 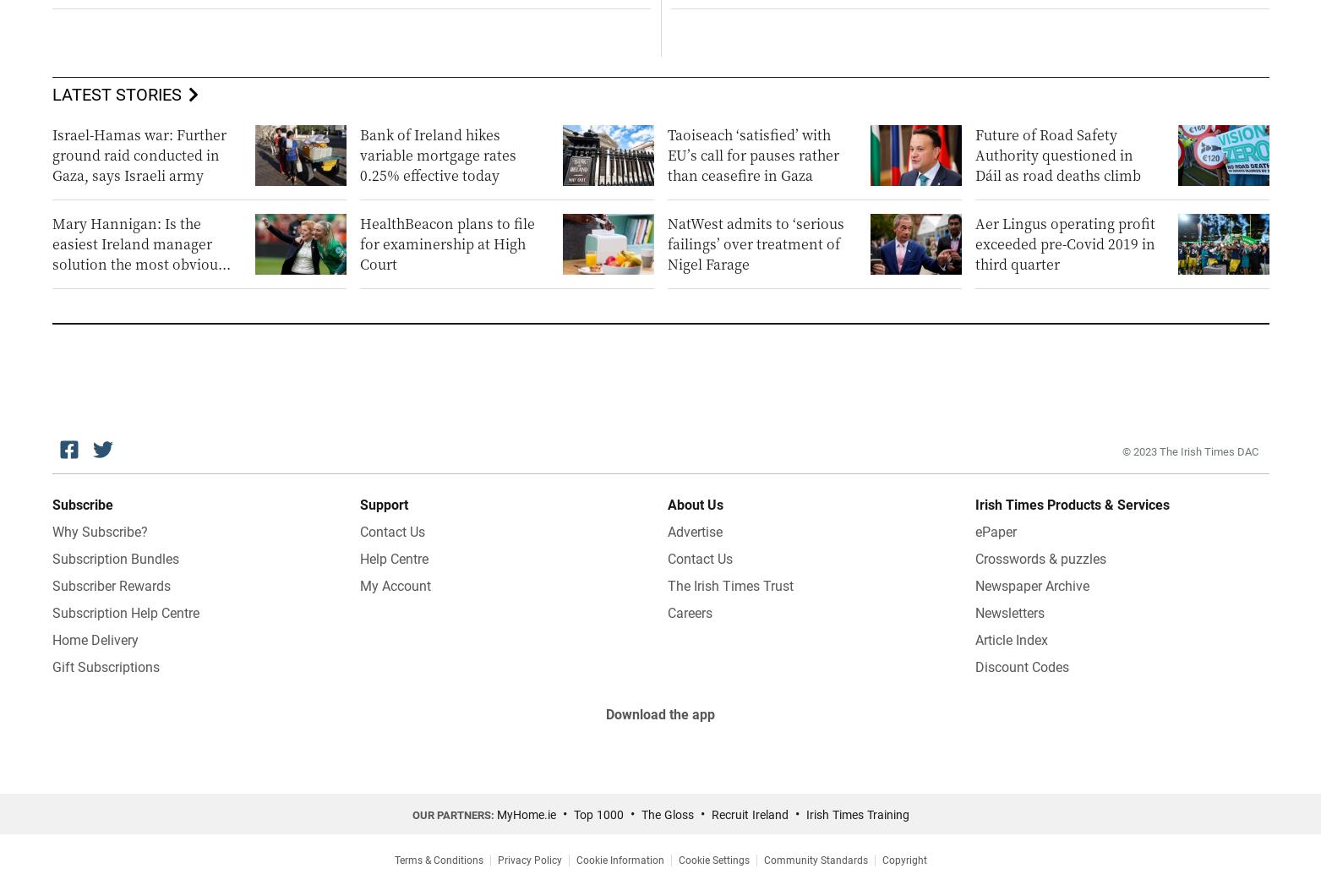 I want to click on 'Help Centre', so click(x=393, y=559).